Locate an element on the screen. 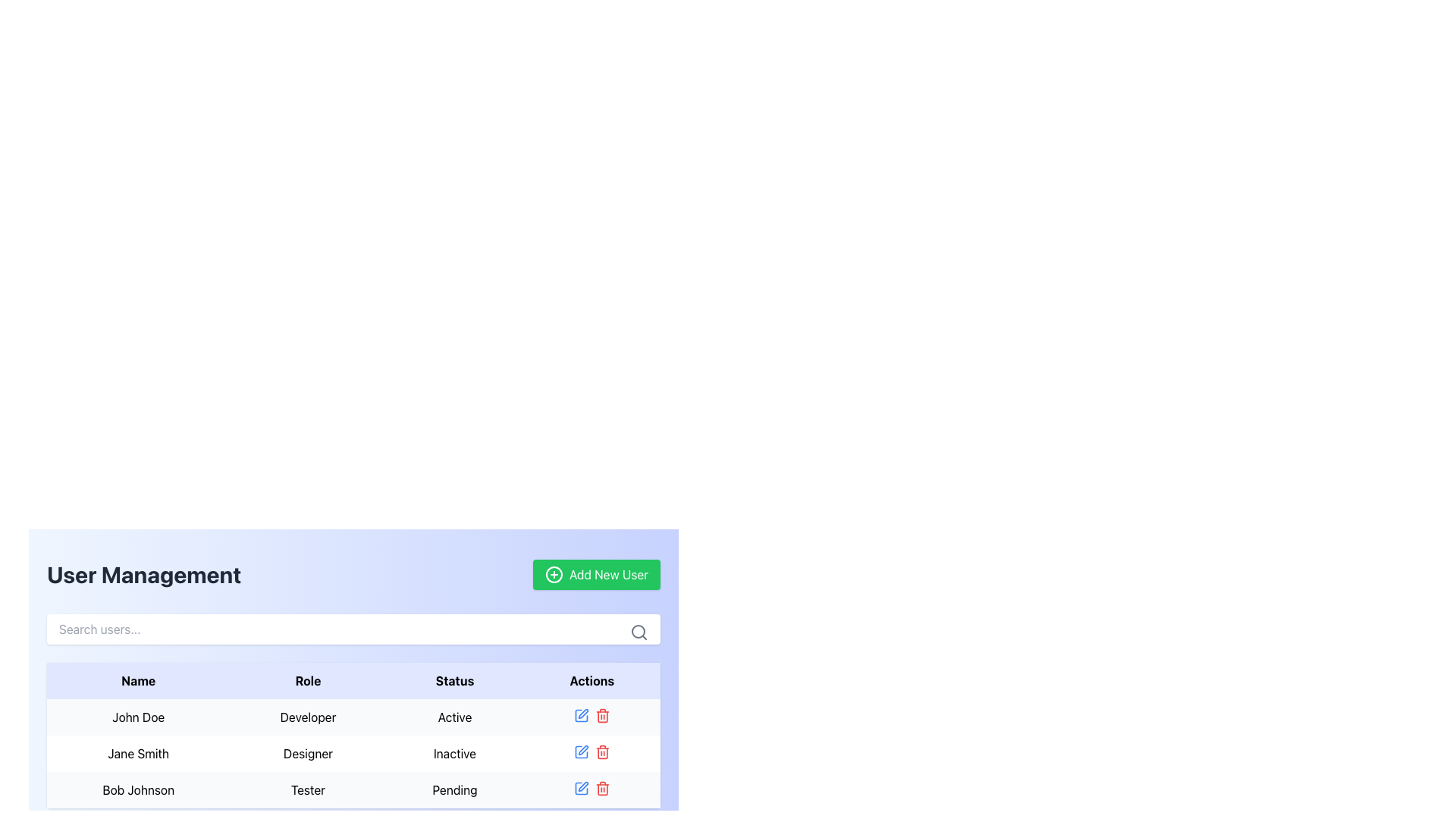  the decorative circle element representing the magnifying glass's lens, located inside the SVG icon at the top-right corner of the search bar is located at coordinates (638, 632).